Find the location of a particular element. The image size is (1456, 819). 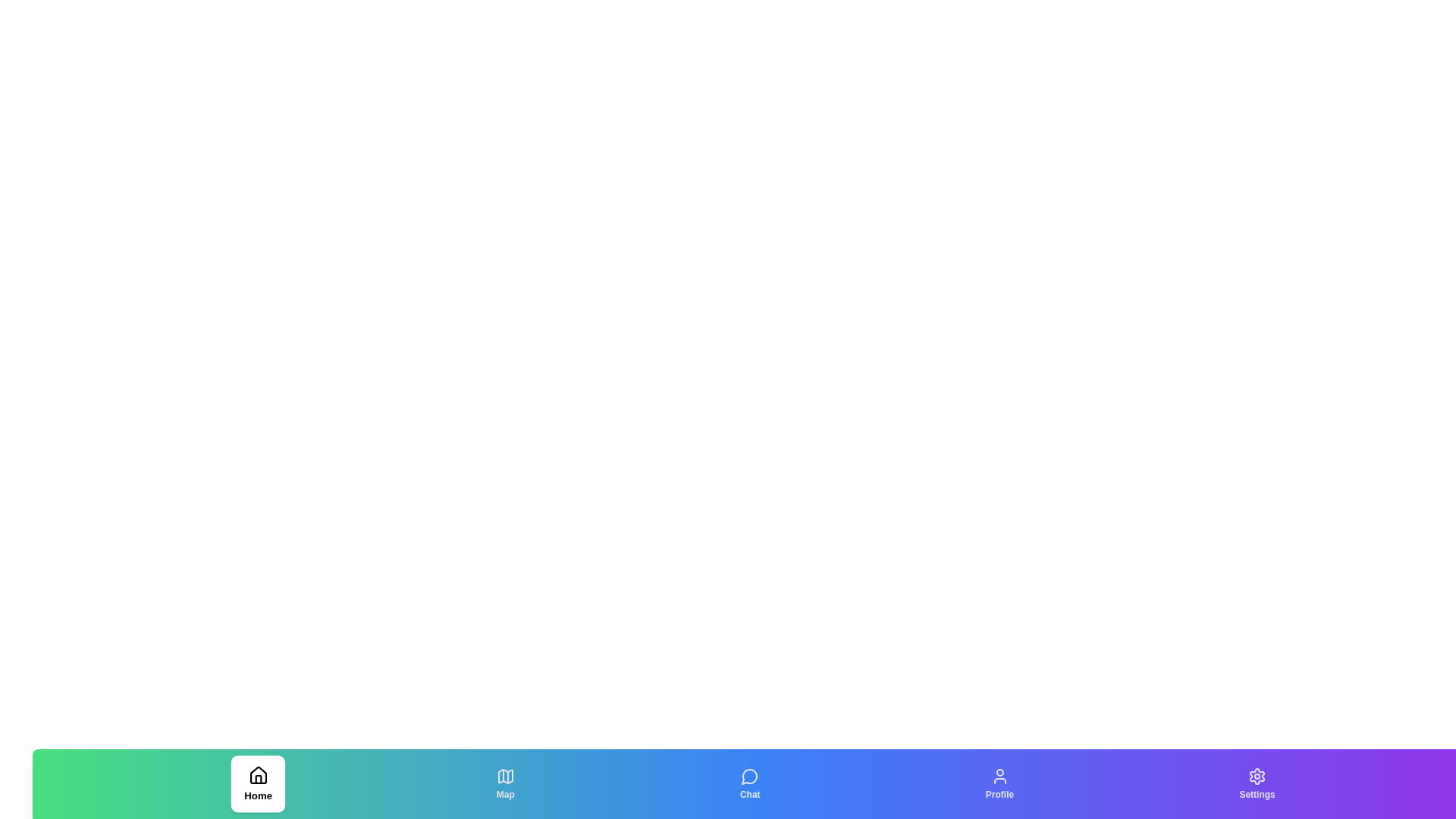

the Profile tab to switch the active state is located at coordinates (999, 783).